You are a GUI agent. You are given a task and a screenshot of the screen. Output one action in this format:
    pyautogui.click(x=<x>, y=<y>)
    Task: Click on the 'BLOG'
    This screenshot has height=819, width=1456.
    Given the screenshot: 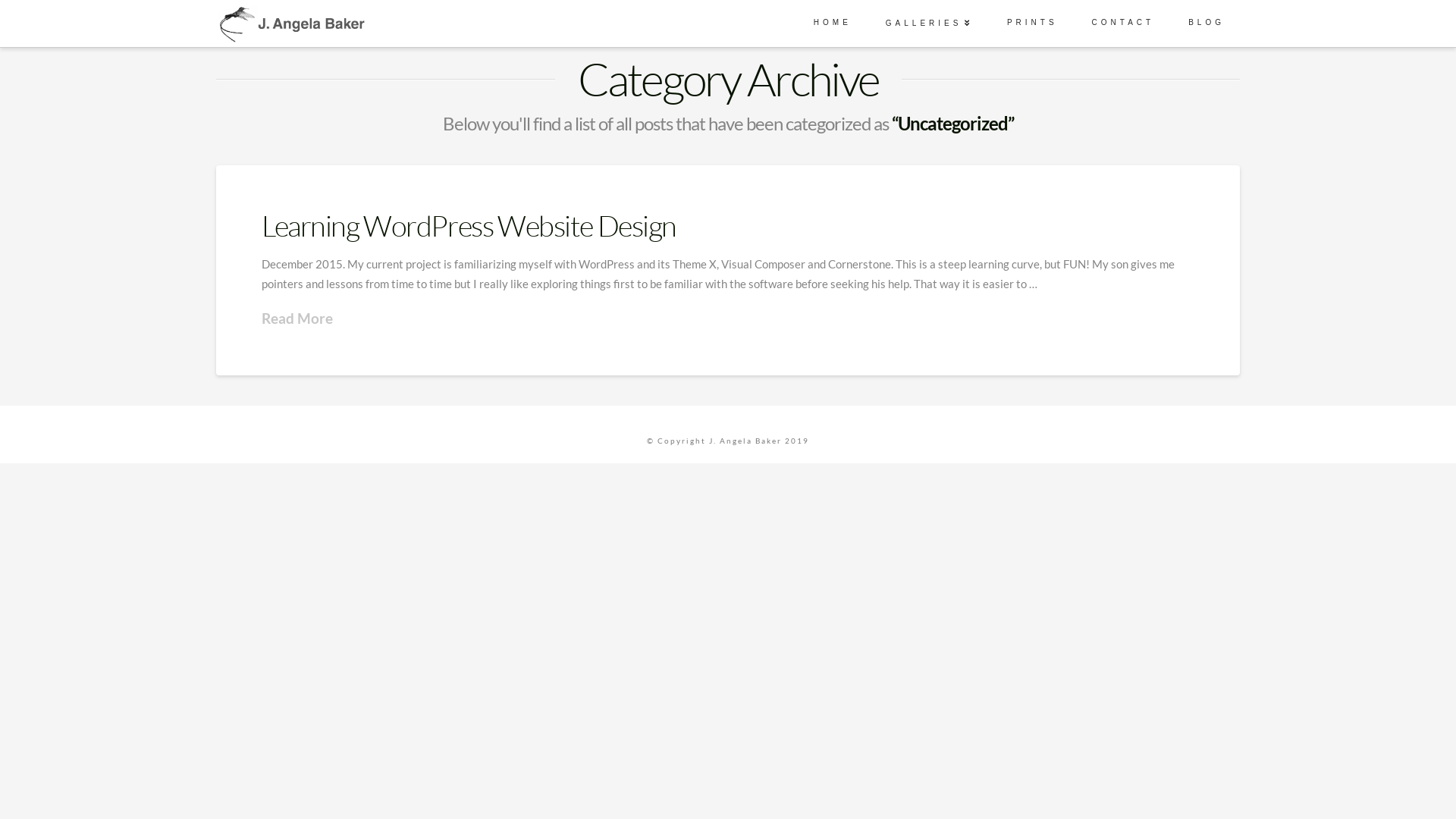 What is the action you would take?
    pyautogui.click(x=1203, y=14)
    